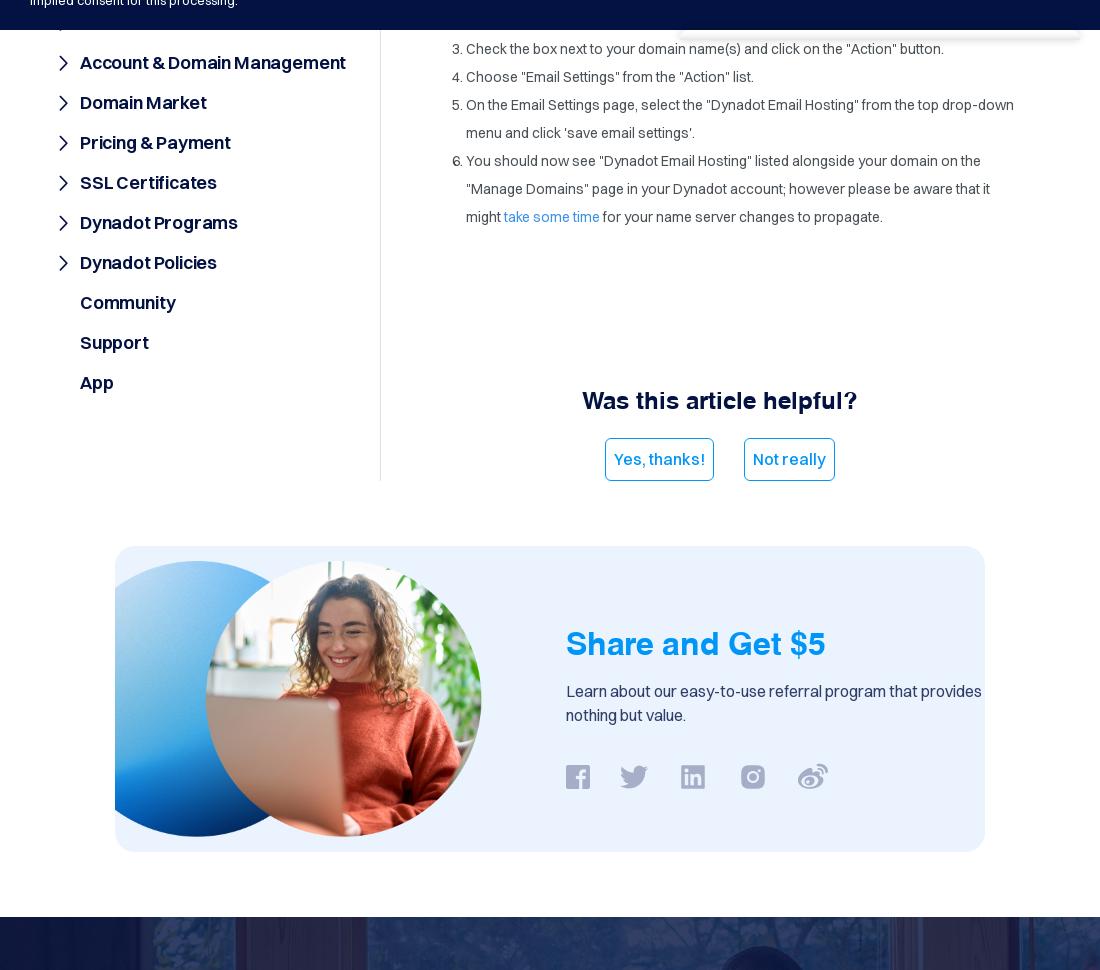 The height and width of the screenshot is (970, 1100). Describe the element at coordinates (761, 53) in the screenshot. I see `'Chat Online'` at that location.